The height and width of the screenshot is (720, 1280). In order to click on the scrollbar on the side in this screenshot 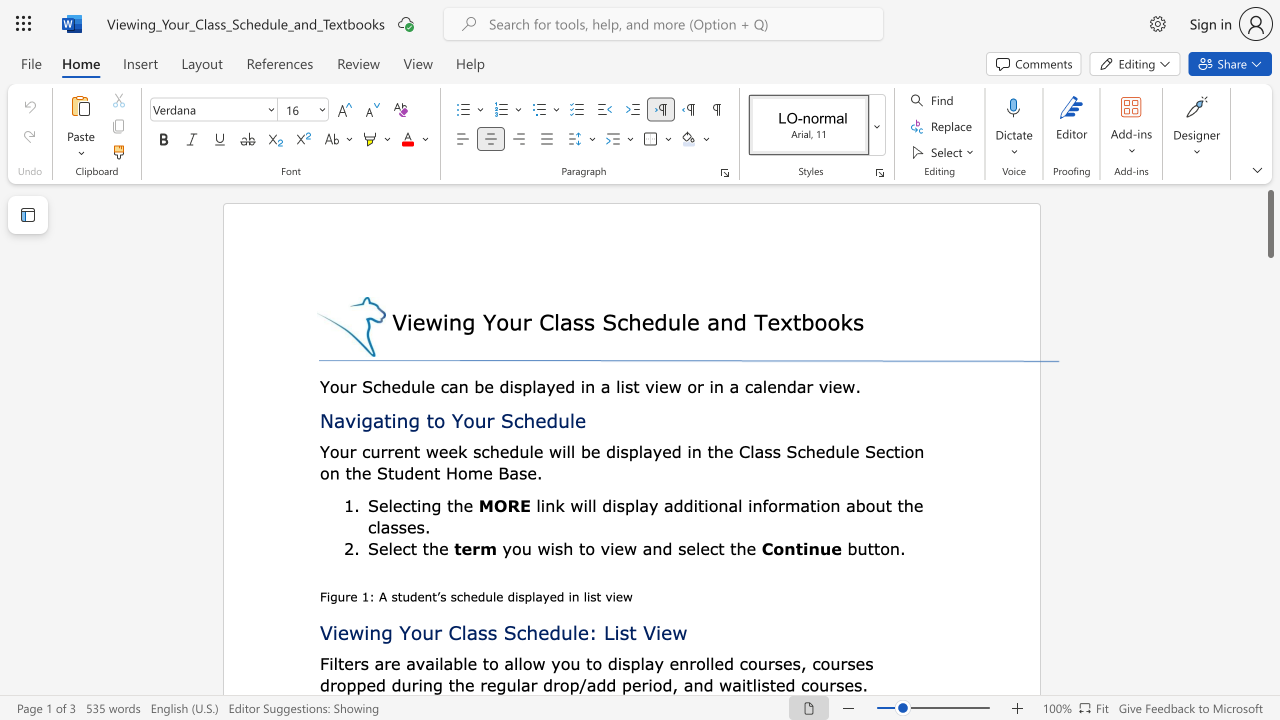, I will do `click(1269, 300)`.